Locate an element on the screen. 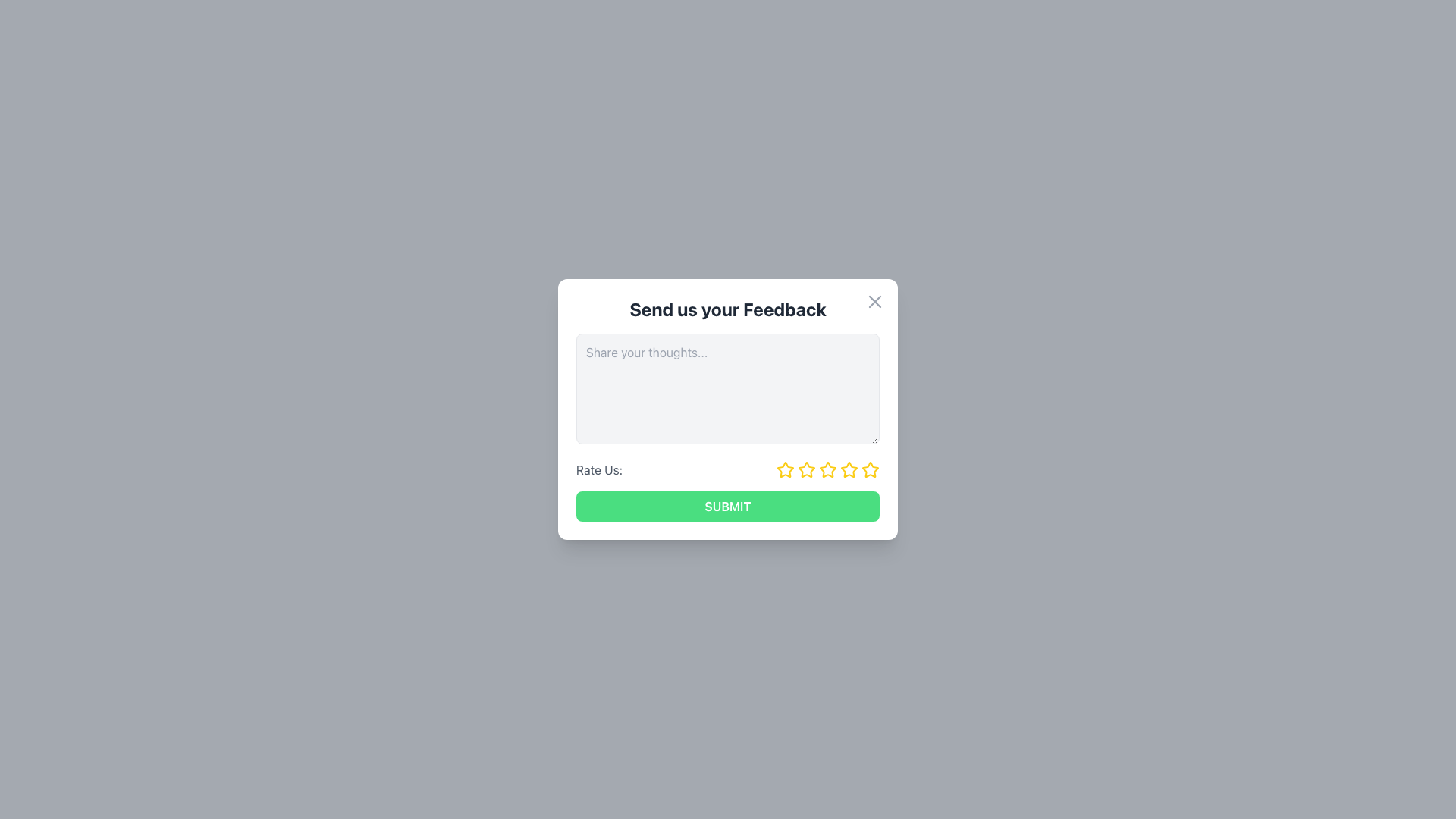 This screenshot has width=1456, height=819. the fifth and last yellow star icon in the five-star rating system located at the far-right end of the row, below the text area in the feedback form dialog is located at coordinates (848, 469).